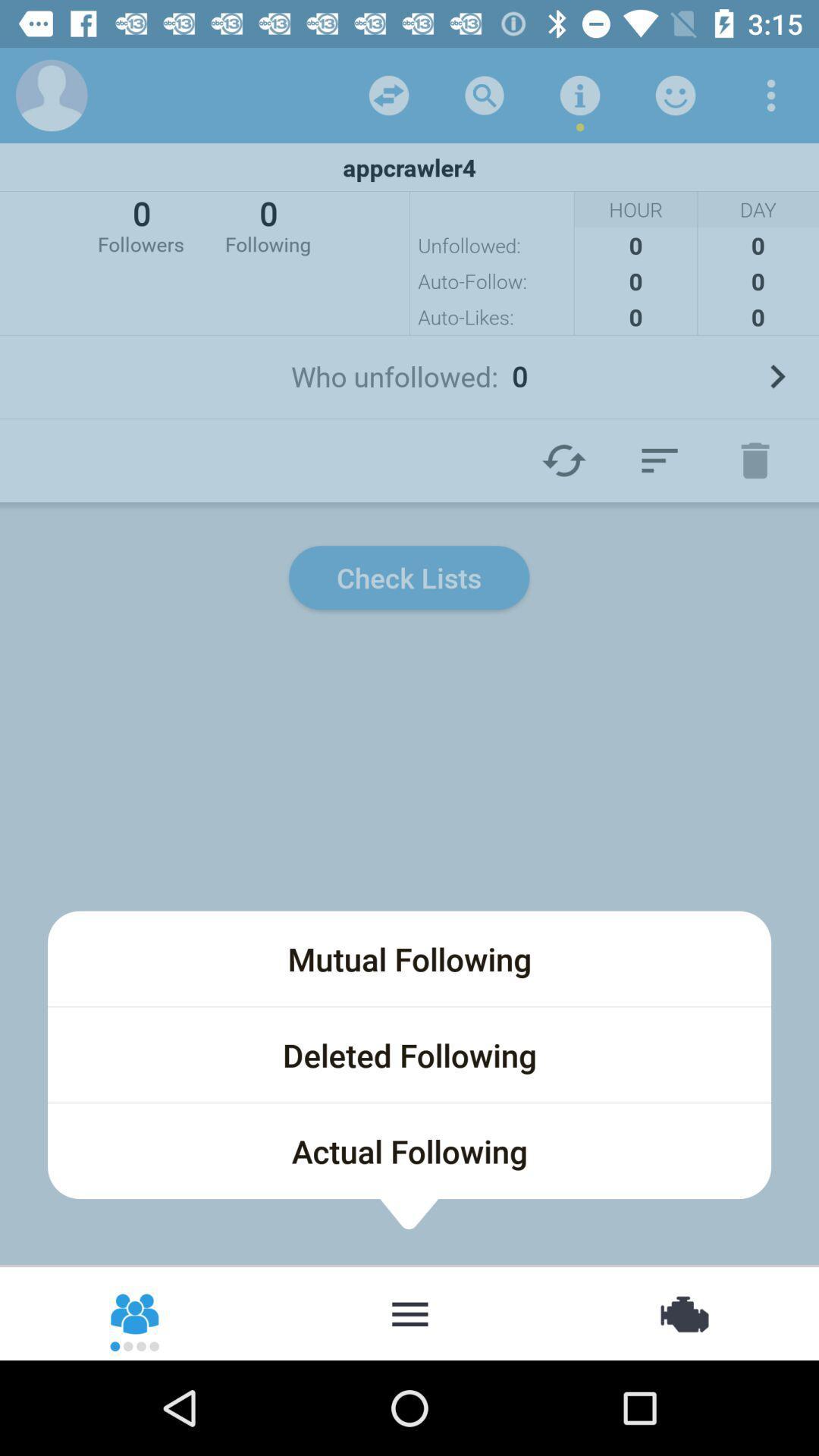 The image size is (819, 1456). I want to click on the next page, so click(777, 376).